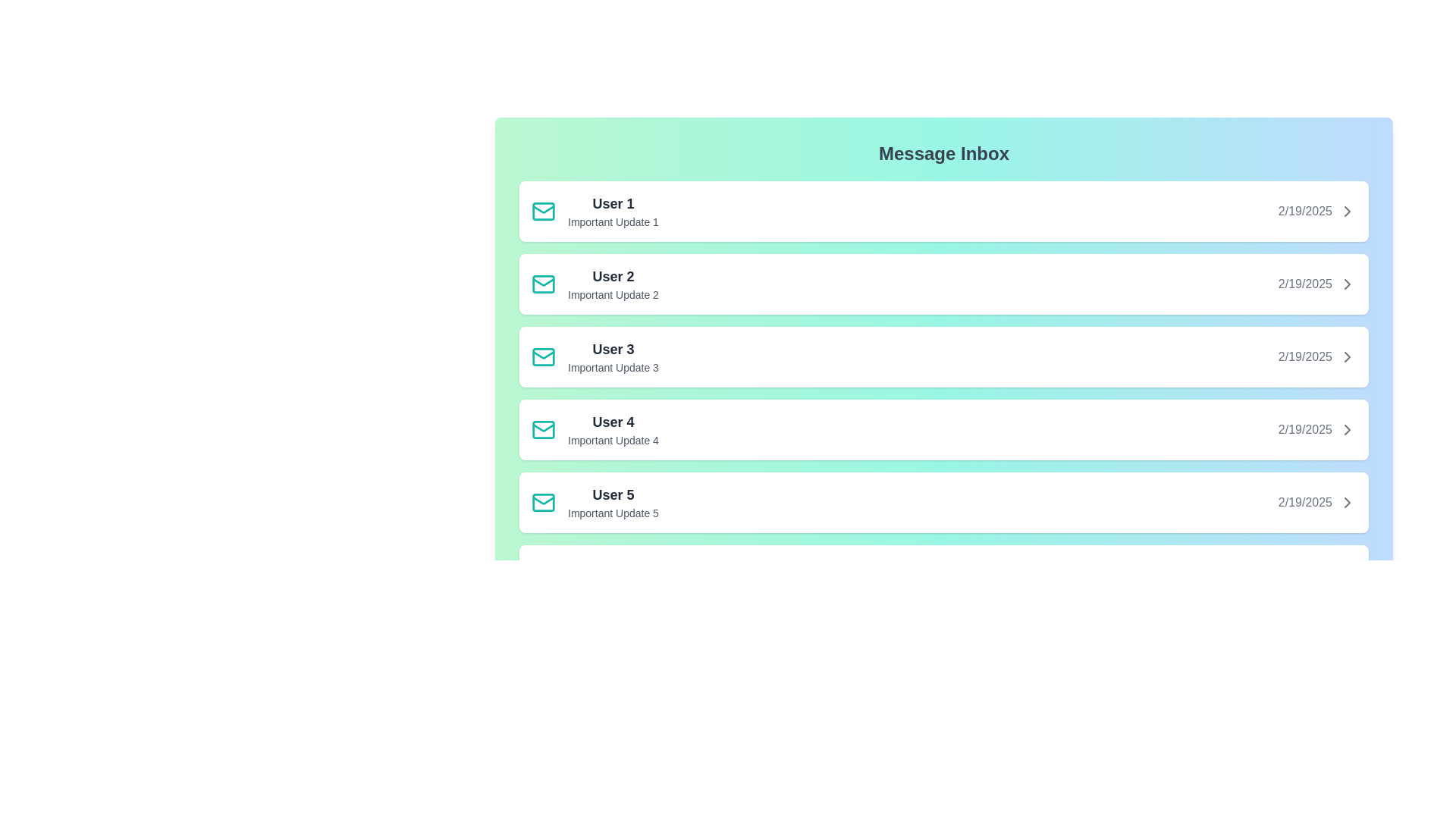  I want to click on icon next to the message from User 1 to perform an action, so click(543, 211).